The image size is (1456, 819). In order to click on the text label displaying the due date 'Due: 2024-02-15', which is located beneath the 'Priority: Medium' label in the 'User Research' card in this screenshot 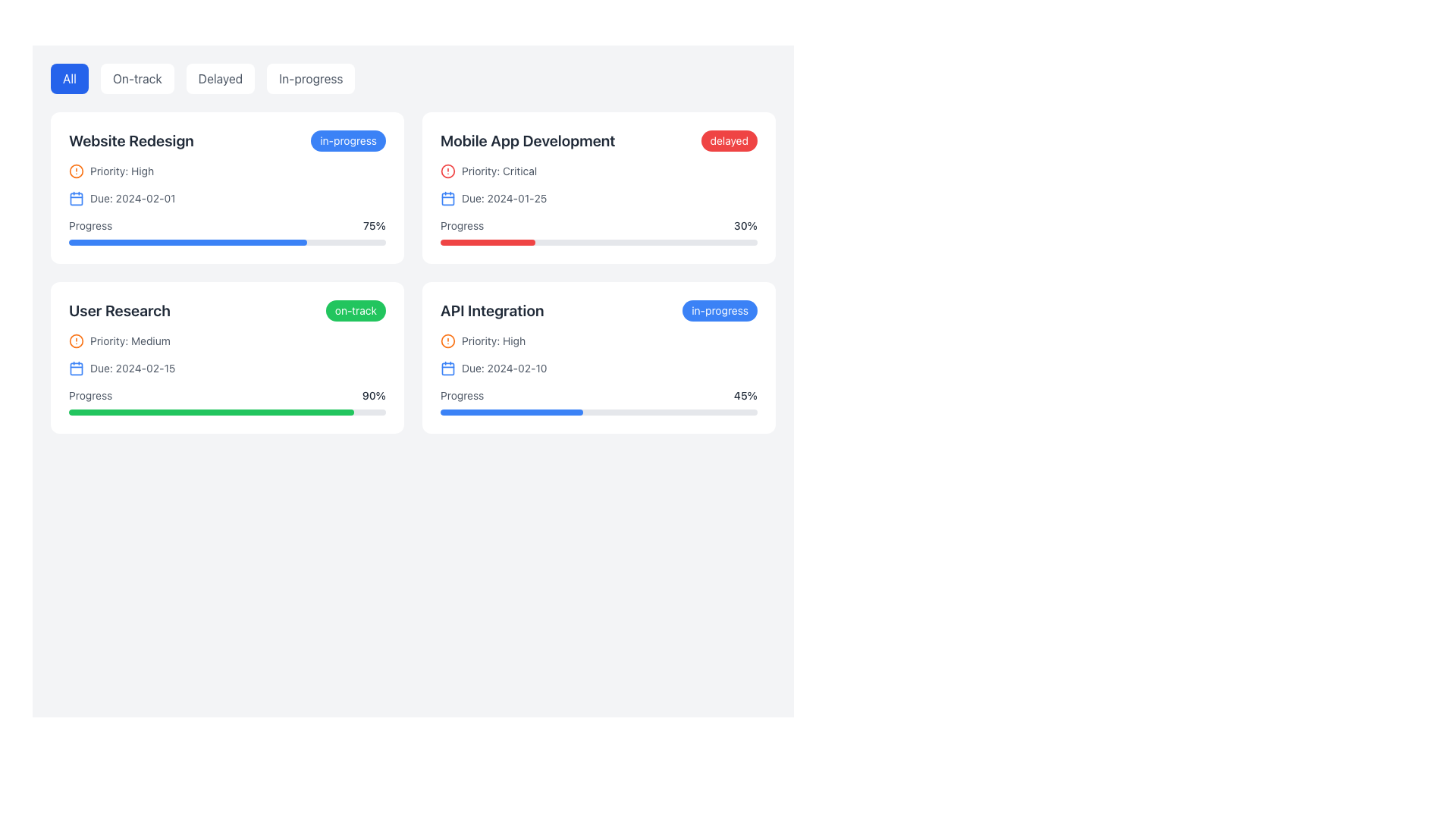, I will do `click(133, 369)`.